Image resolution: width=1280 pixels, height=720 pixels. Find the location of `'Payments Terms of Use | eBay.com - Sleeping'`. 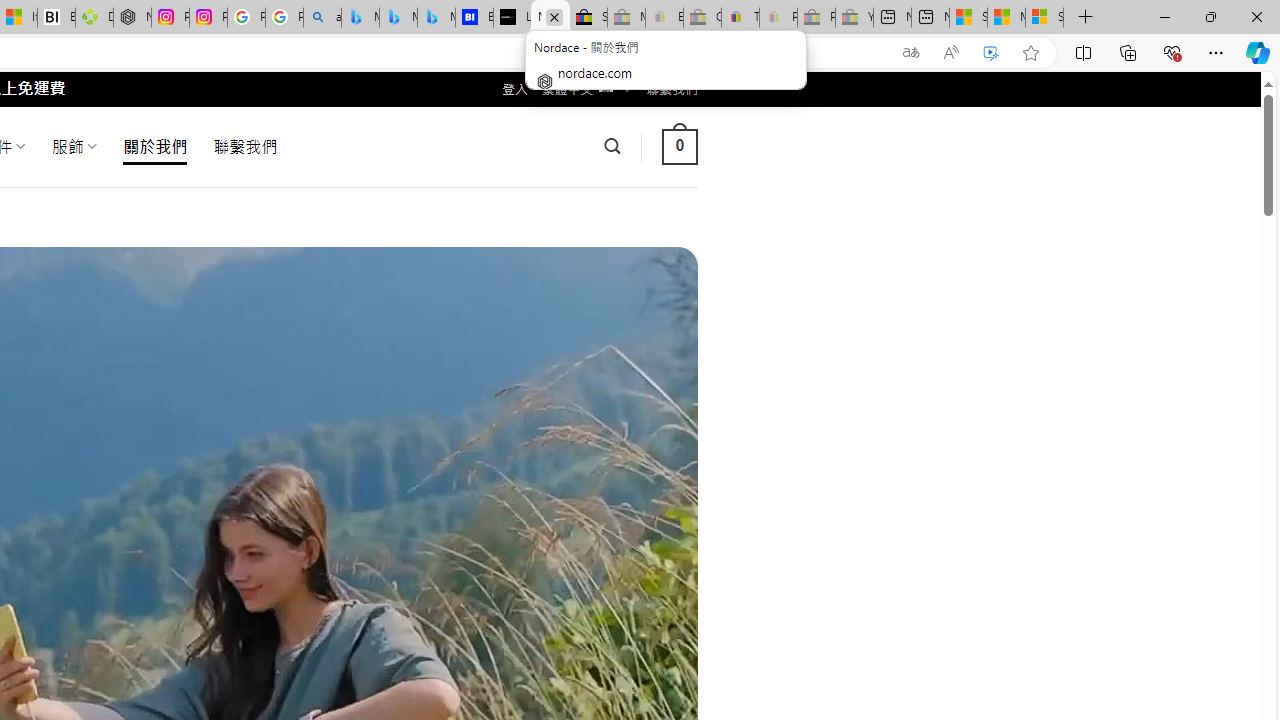

'Payments Terms of Use | eBay.com - Sleeping' is located at coordinates (777, 17).